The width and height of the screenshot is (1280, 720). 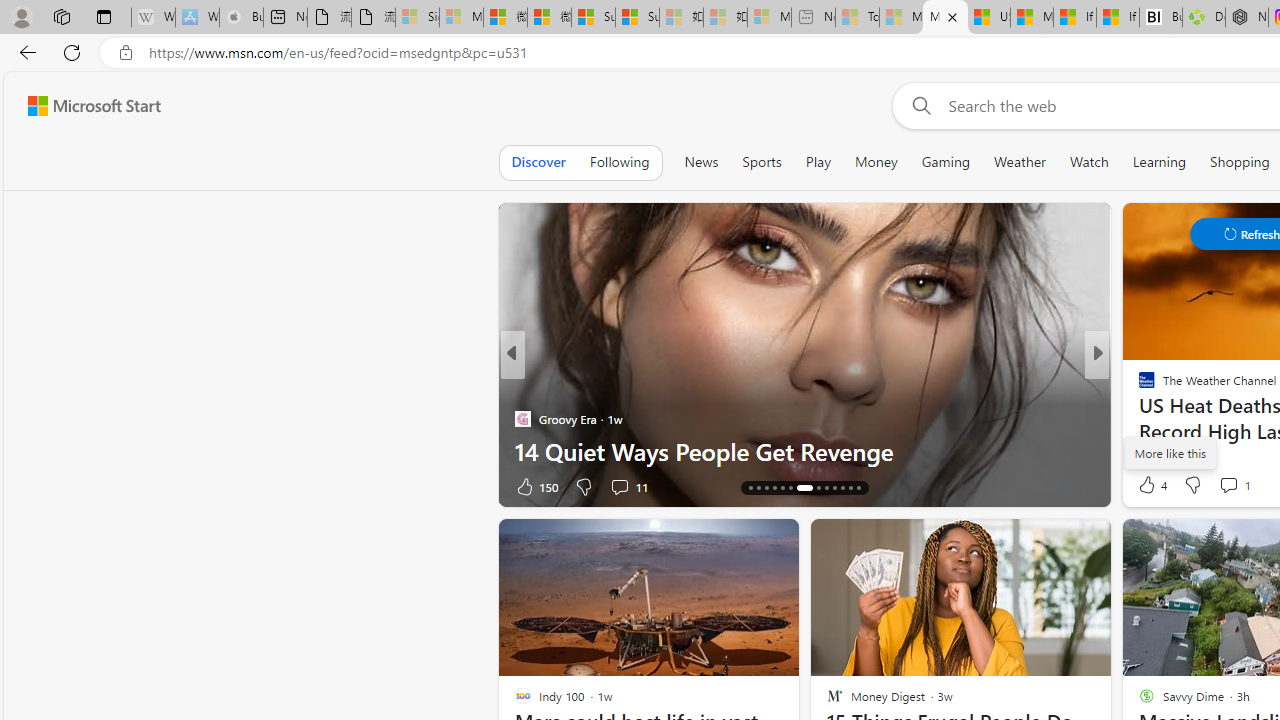 I want to click on 'Nordace - Nordace Edin Collection', so click(x=1246, y=17).